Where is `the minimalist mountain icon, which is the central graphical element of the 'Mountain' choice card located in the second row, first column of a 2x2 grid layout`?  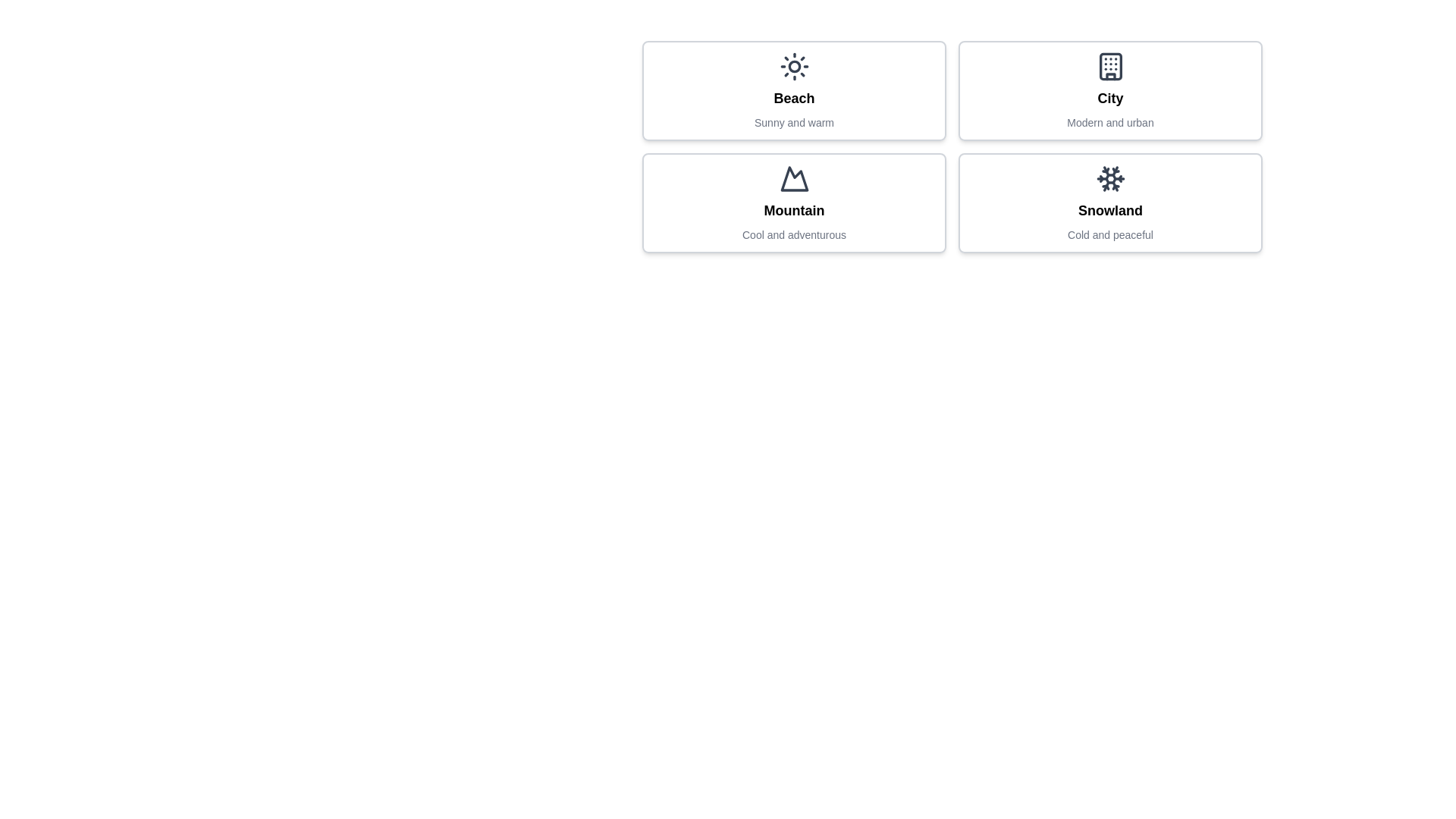
the minimalist mountain icon, which is the central graphical element of the 'Mountain' choice card located in the second row, first column of a 2x2 grid layout is located at coordinates (793, 177).